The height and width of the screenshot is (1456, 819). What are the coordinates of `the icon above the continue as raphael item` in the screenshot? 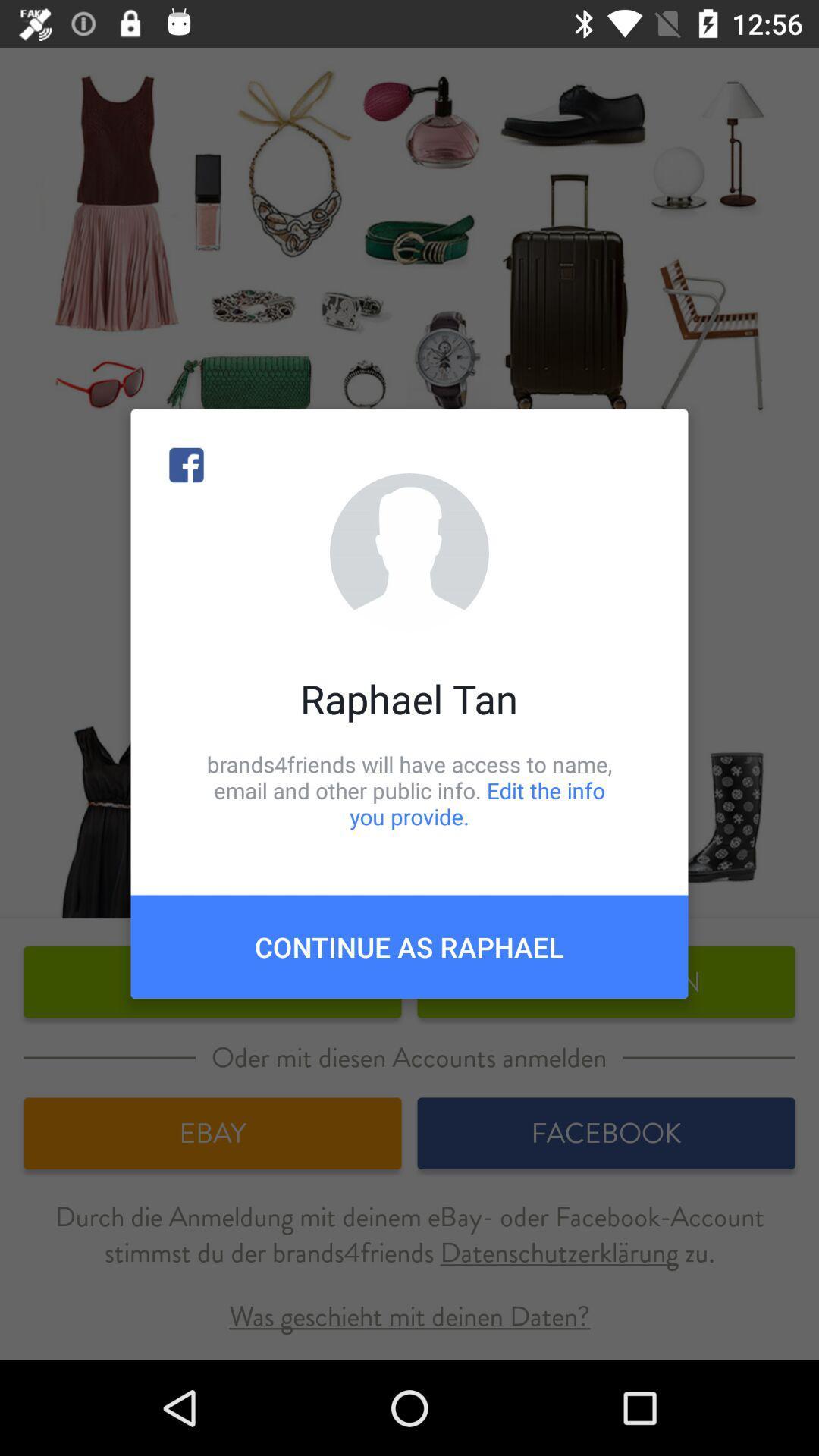 It's located at (409, 789).